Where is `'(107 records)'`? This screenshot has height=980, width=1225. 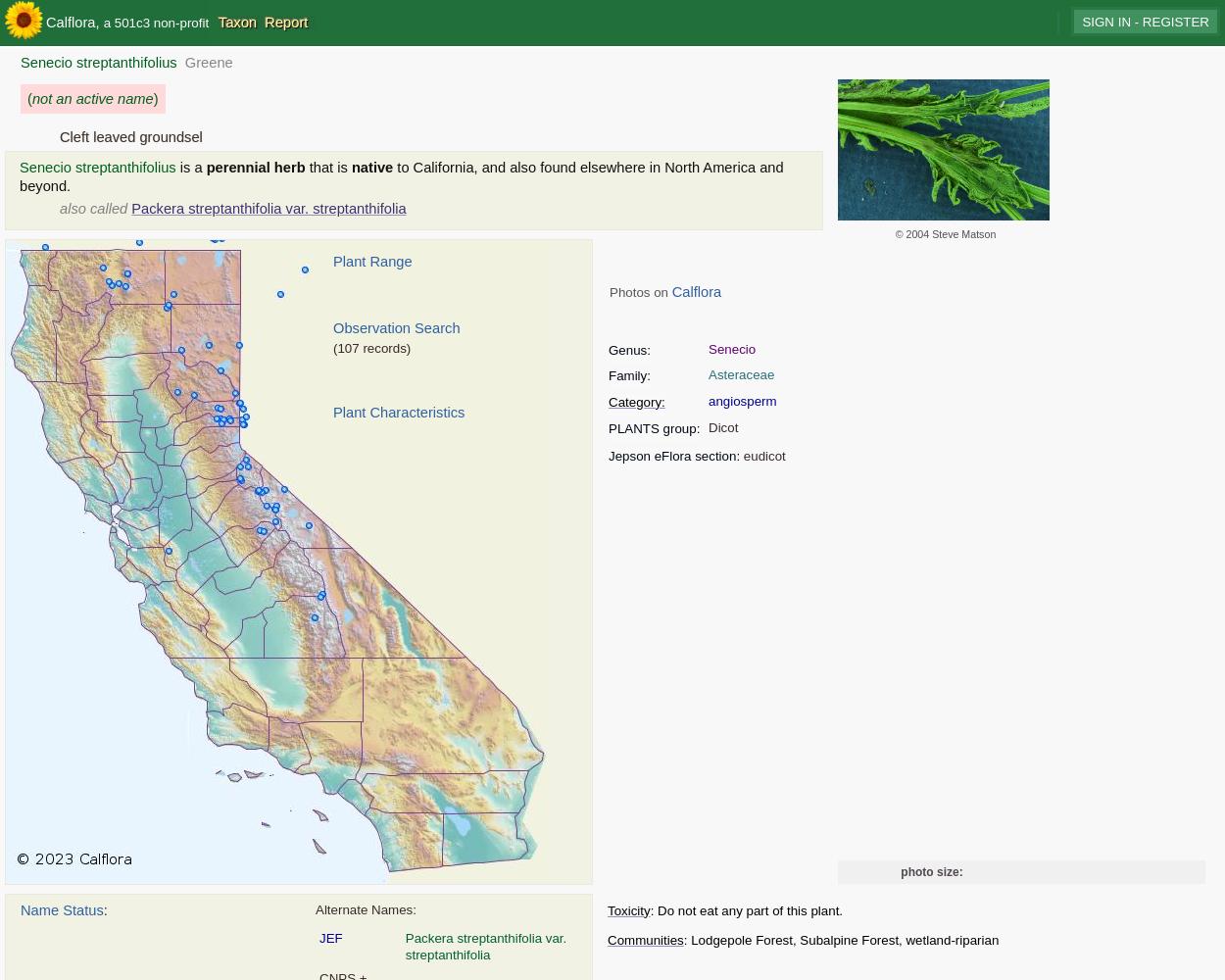 '(107 records)' is located at coordinates (371, 347).